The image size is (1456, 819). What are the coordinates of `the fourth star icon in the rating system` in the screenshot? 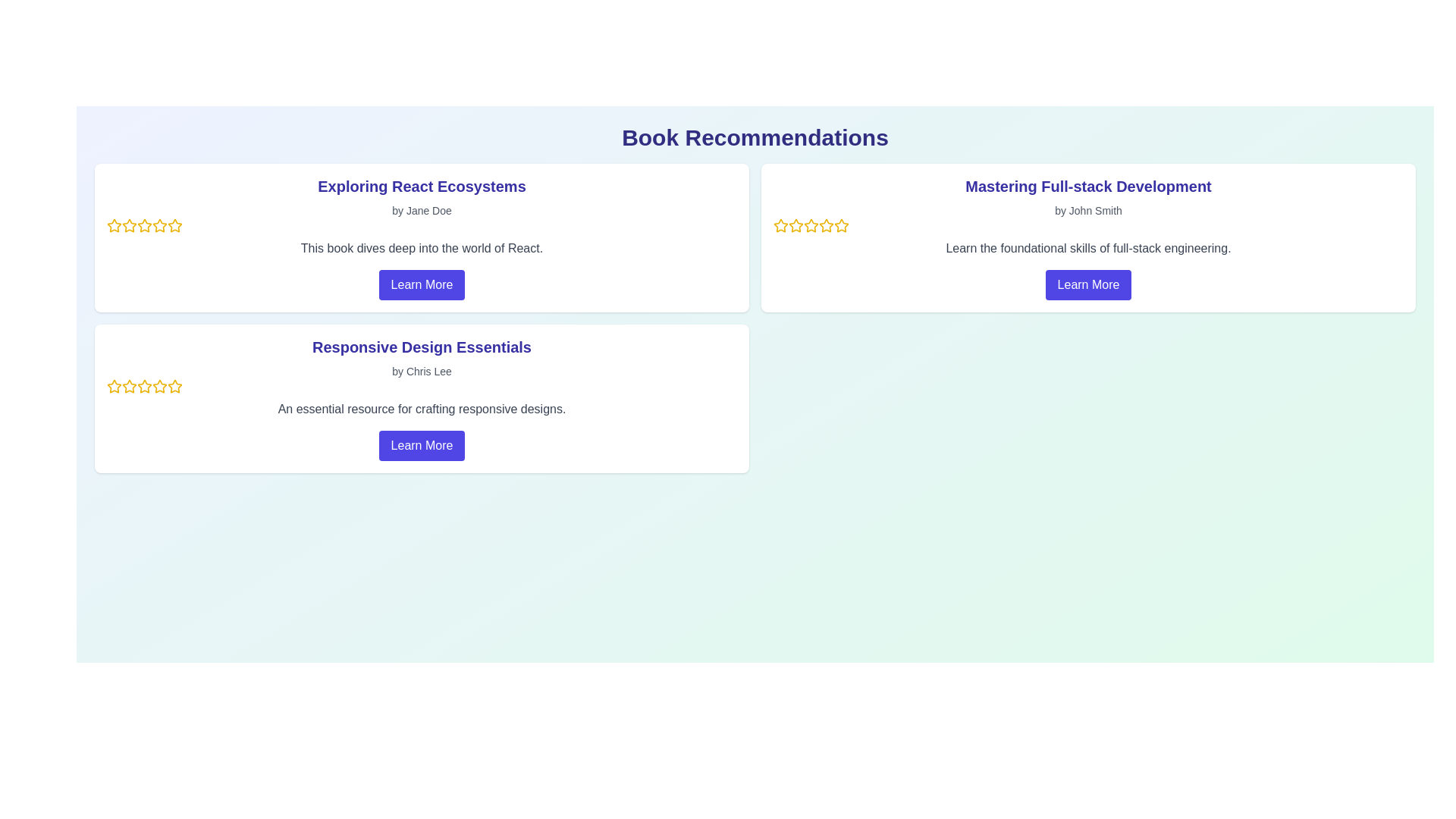 It's located at (174, 225).